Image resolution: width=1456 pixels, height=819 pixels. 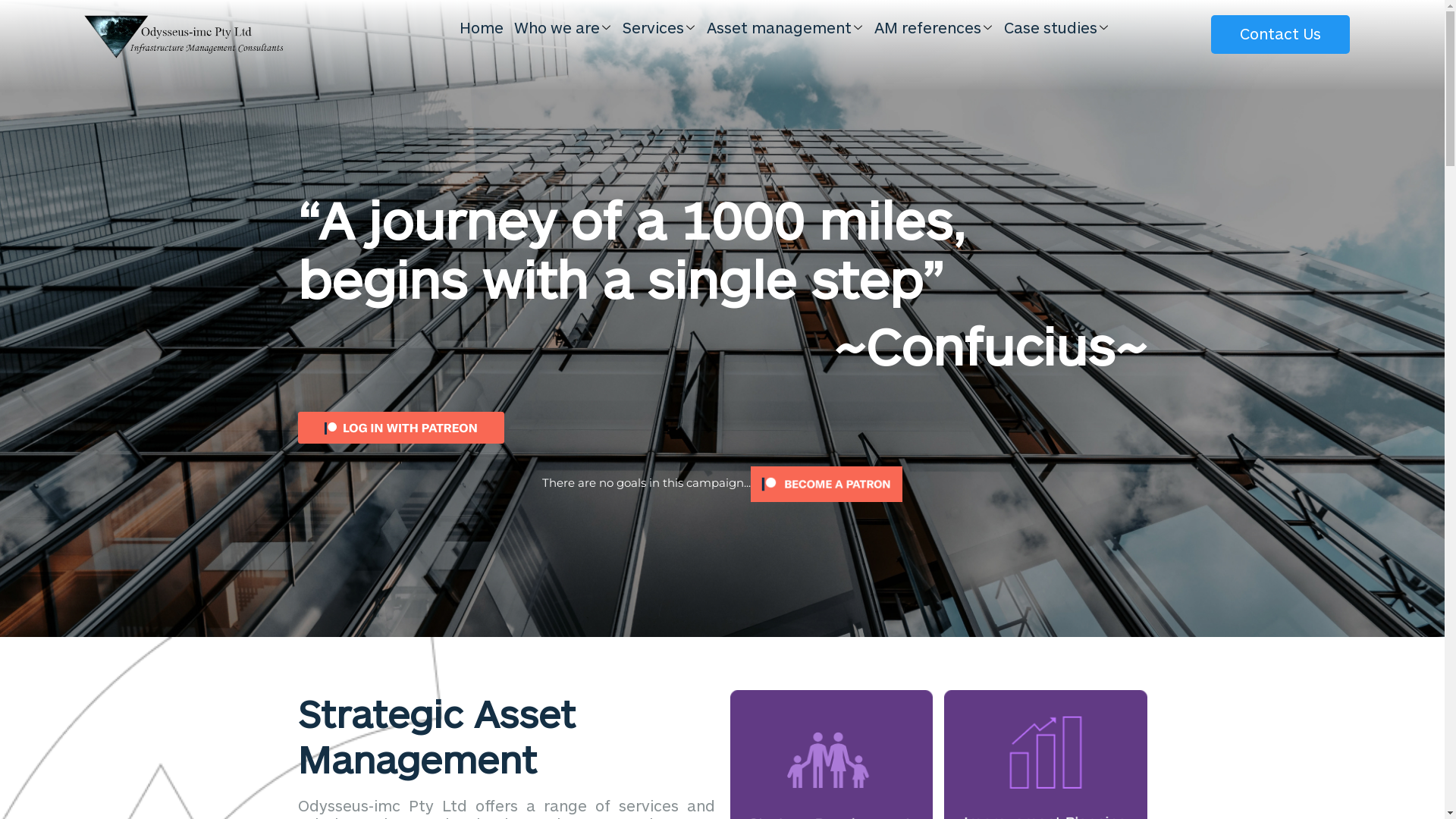 What do you see at coordinates (1279, 34) in the screenshot?
I see `'Contact Us'` at bounding box center [1279, 34].